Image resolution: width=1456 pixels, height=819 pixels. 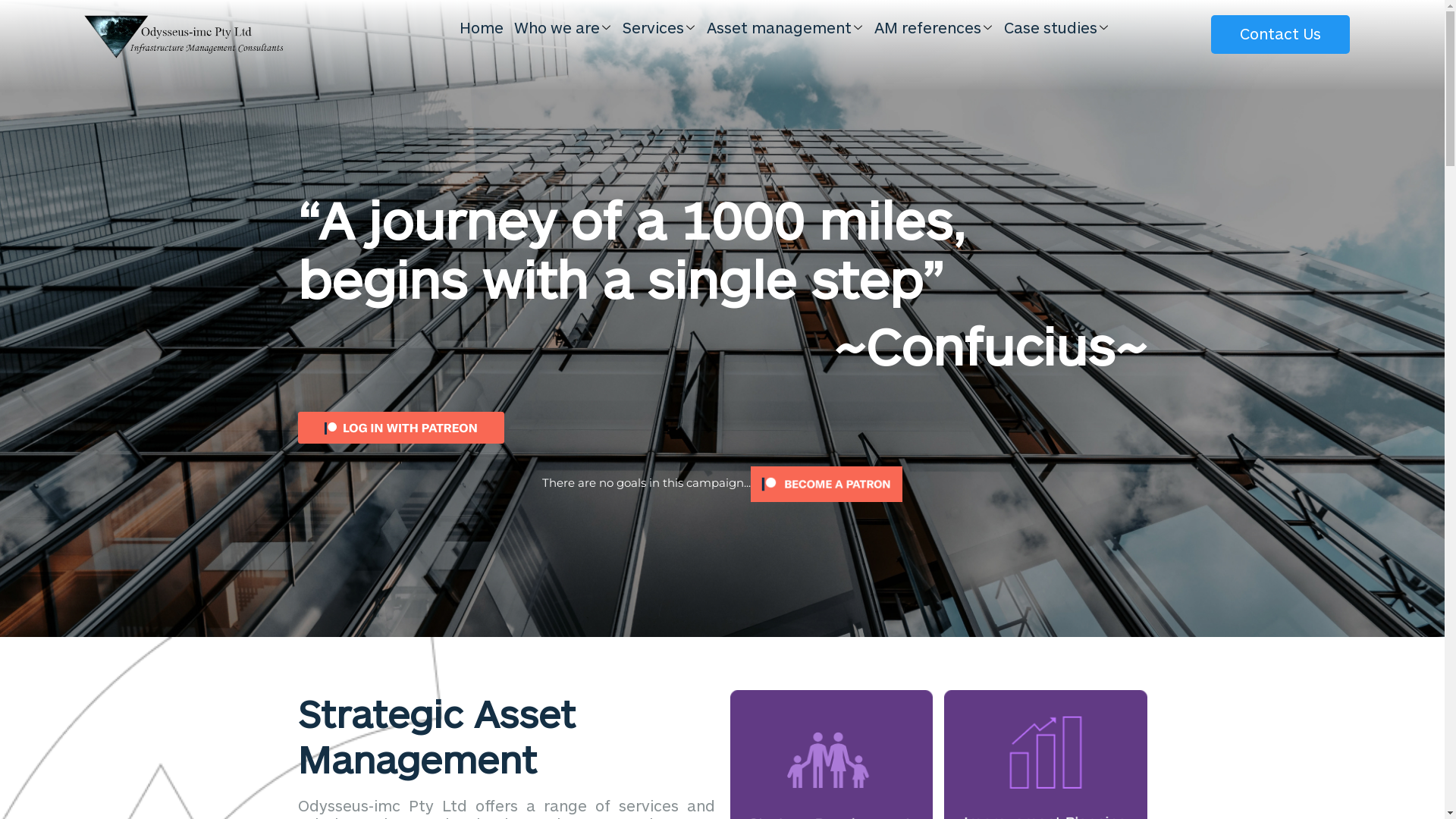 What do you see at coordinates (1279, 34) in the screenshot?
I see `'Contact Us'` at bounding box center [1279, 34].